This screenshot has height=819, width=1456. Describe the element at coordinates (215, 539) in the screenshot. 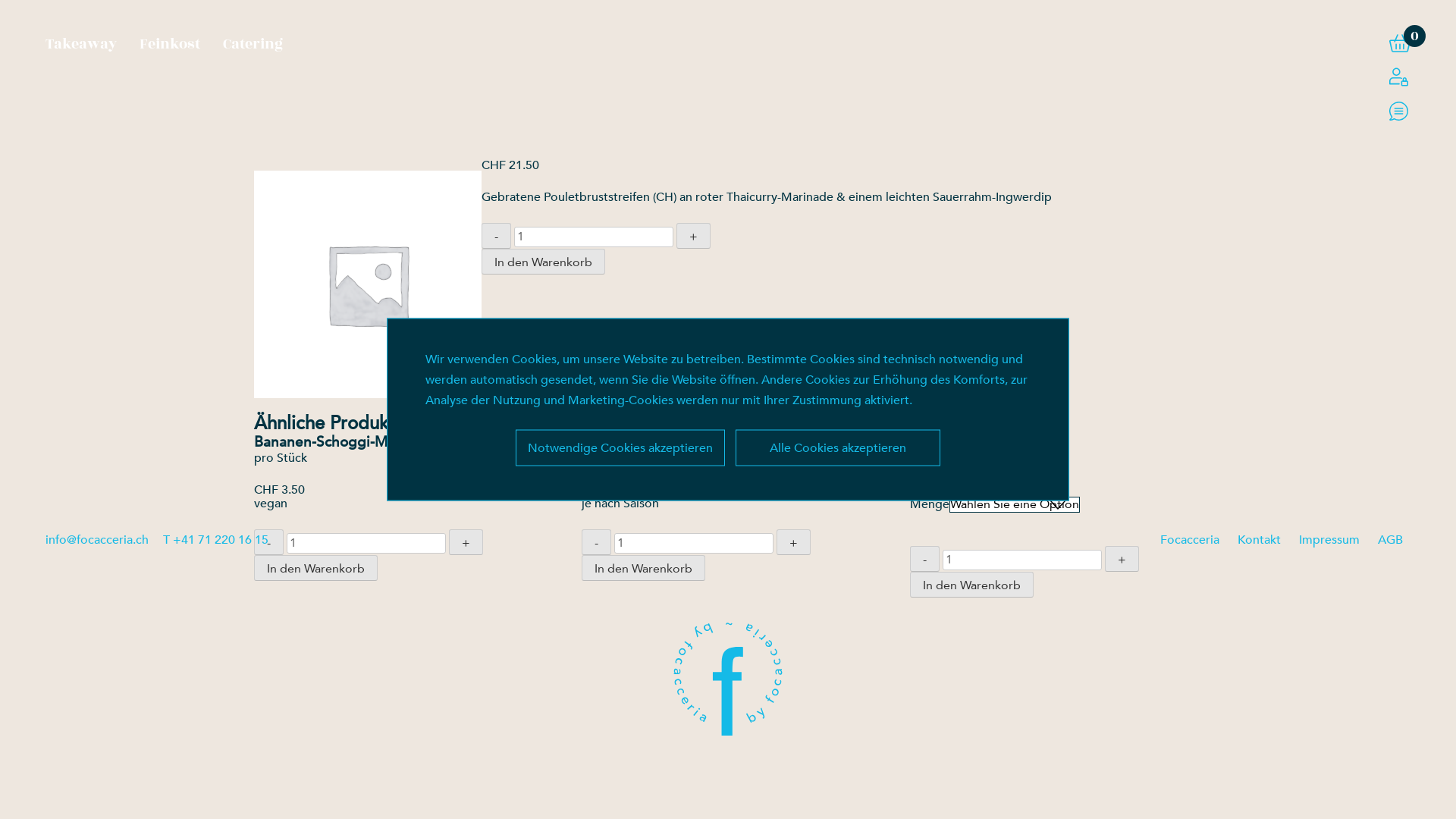

I see `'T +41 71 220 16 15'` at that location.